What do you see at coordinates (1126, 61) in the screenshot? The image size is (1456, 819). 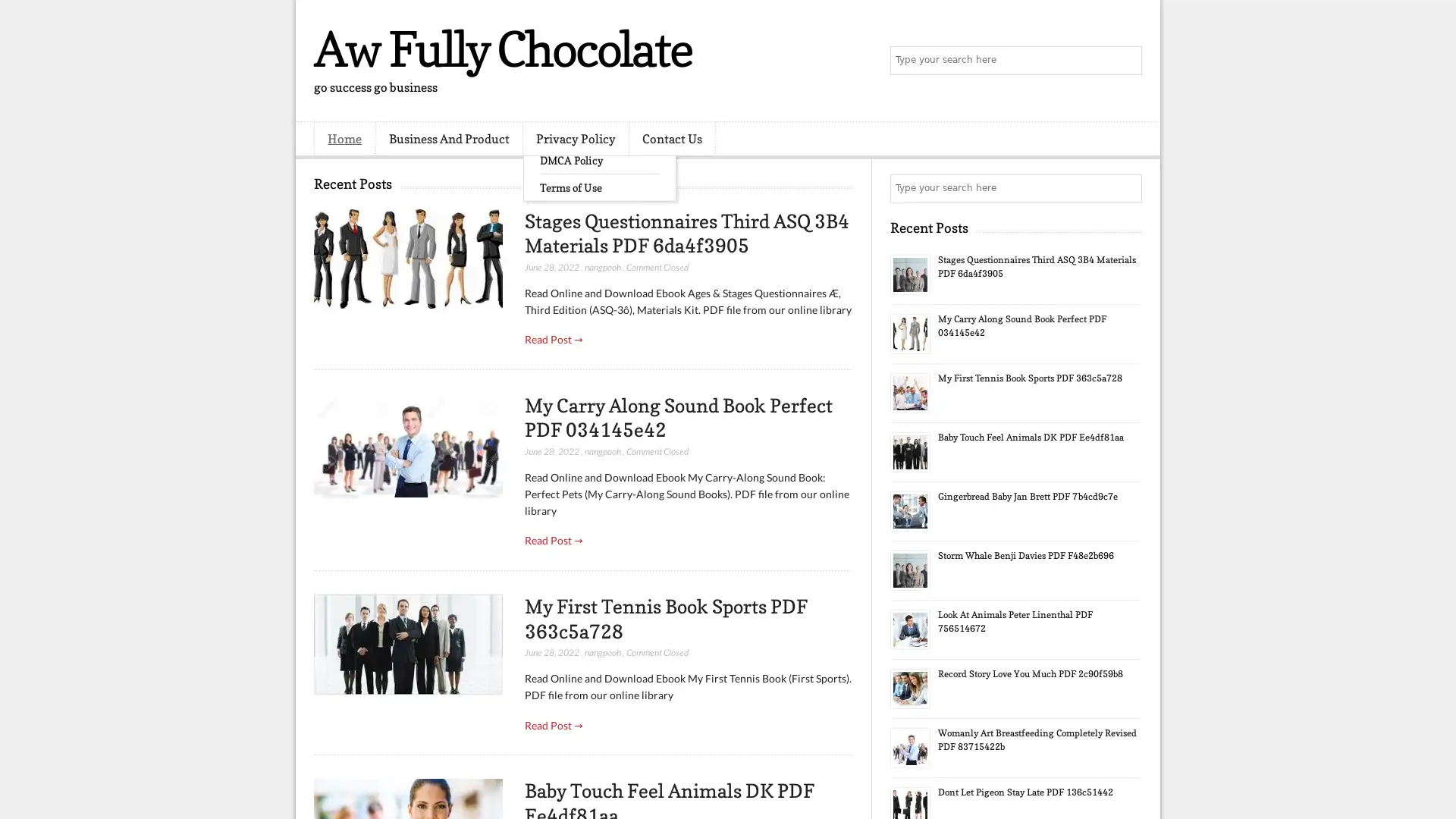 I see `Search` at bounding box center [1126, 61].